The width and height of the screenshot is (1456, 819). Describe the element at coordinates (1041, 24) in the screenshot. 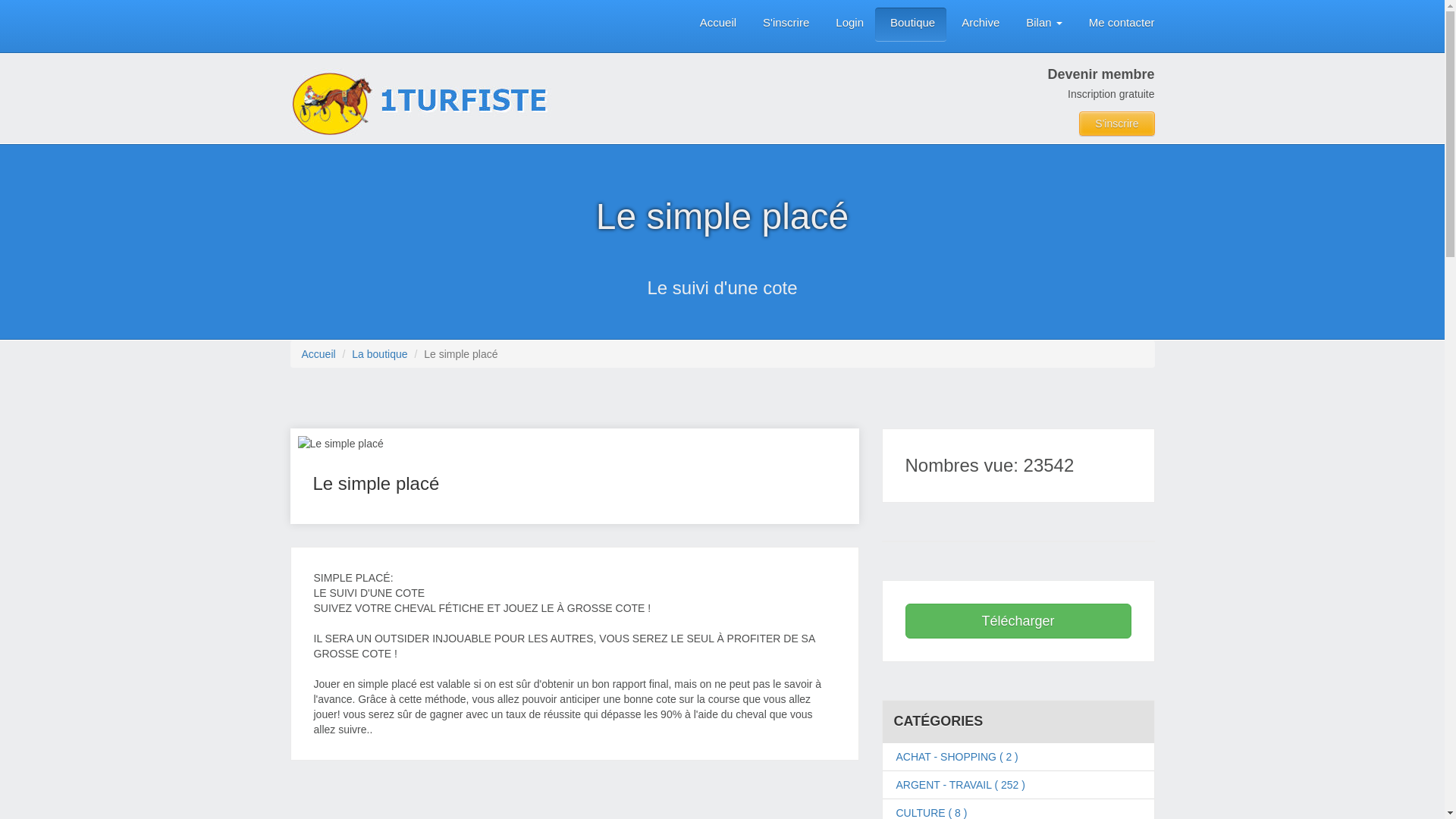

I see `'Bilan'` at that location.